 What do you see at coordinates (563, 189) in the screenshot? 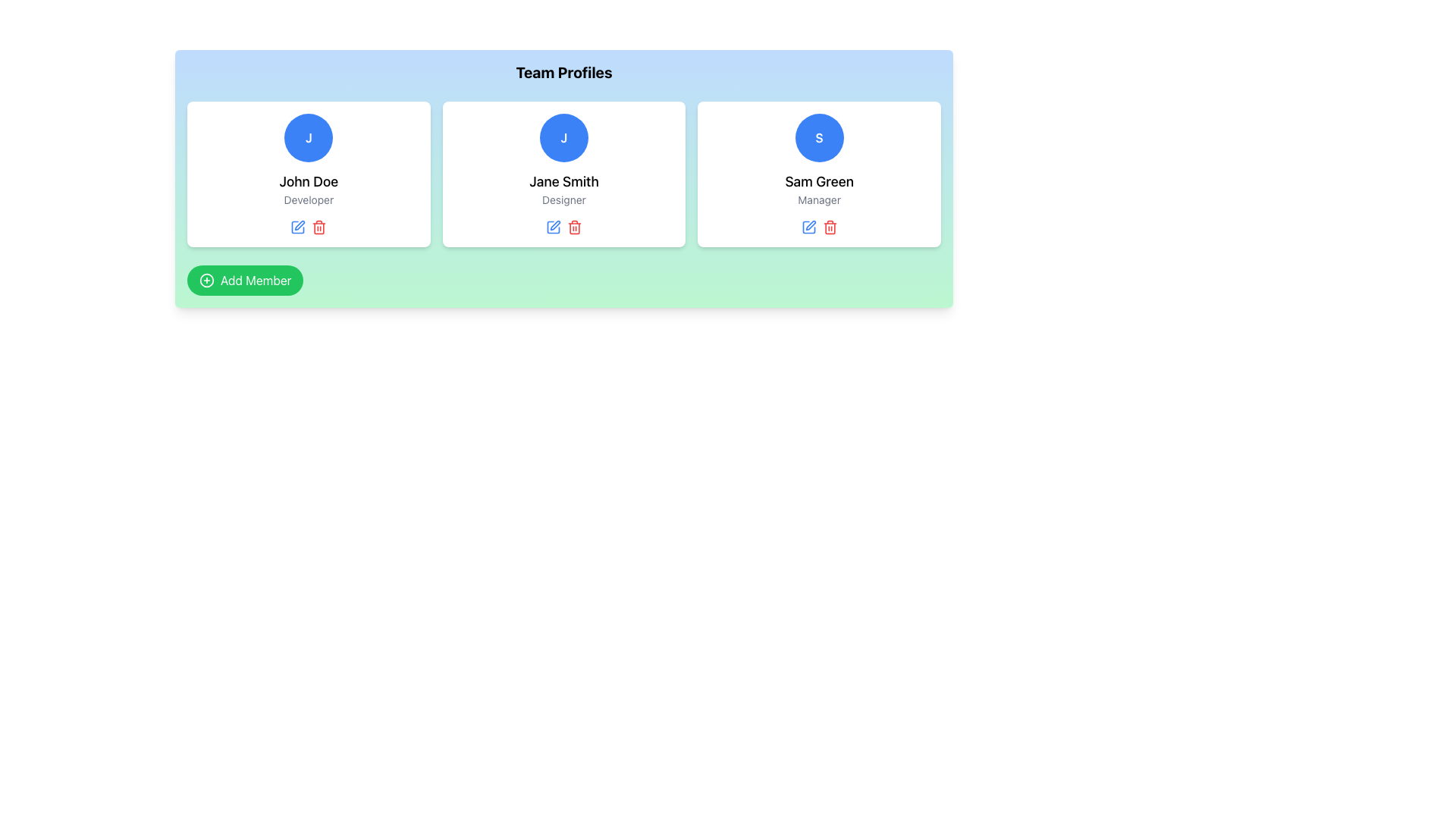
I see `the text display that shows the name and title of the team member in the middle card of the 'Team Profiles' section` at bounding box center [563, 189].